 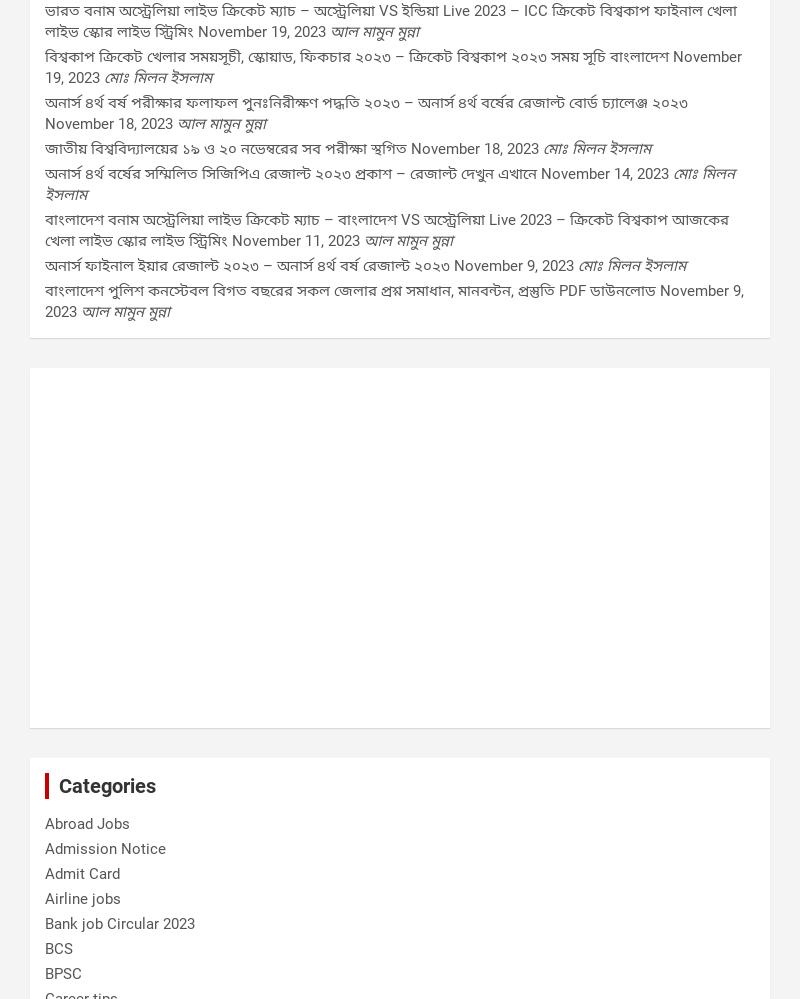 What do you see at coordinates (350, 289) in the screenshot?
I see `'বাংলাদেশ পুলিশ কনস্টেবল বিগত বছরের সকল জেলার প্রশ্ন সমাধান, মানবন্টন, প্রস্তুতি PDF ডাউনলোড'` at bounding box center [350, 289].